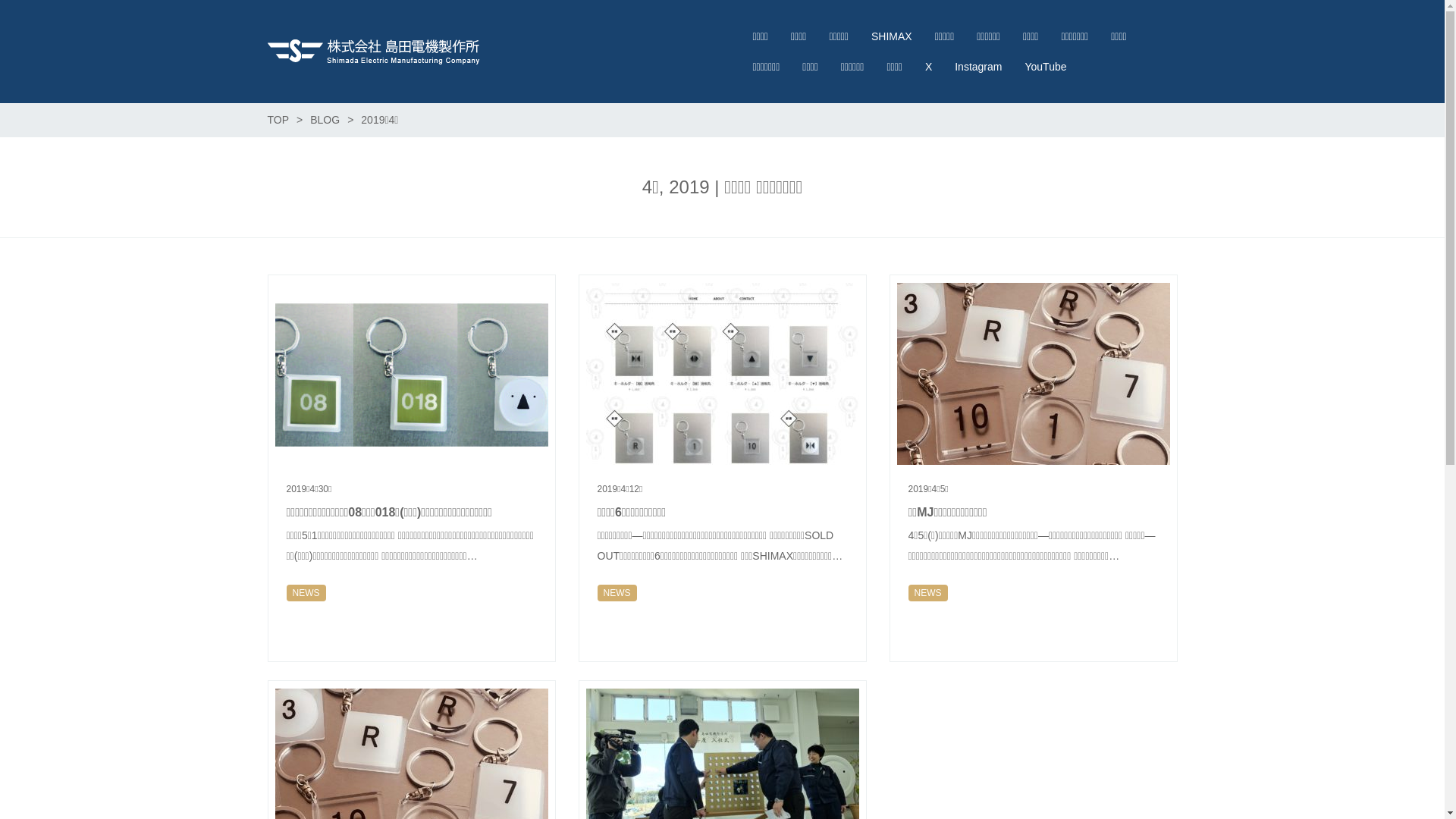 This screenshot has height=819, width=1456. Describe the element at coordinates (978, 66) in the screenshot. I see `'Instagram'` at that location.